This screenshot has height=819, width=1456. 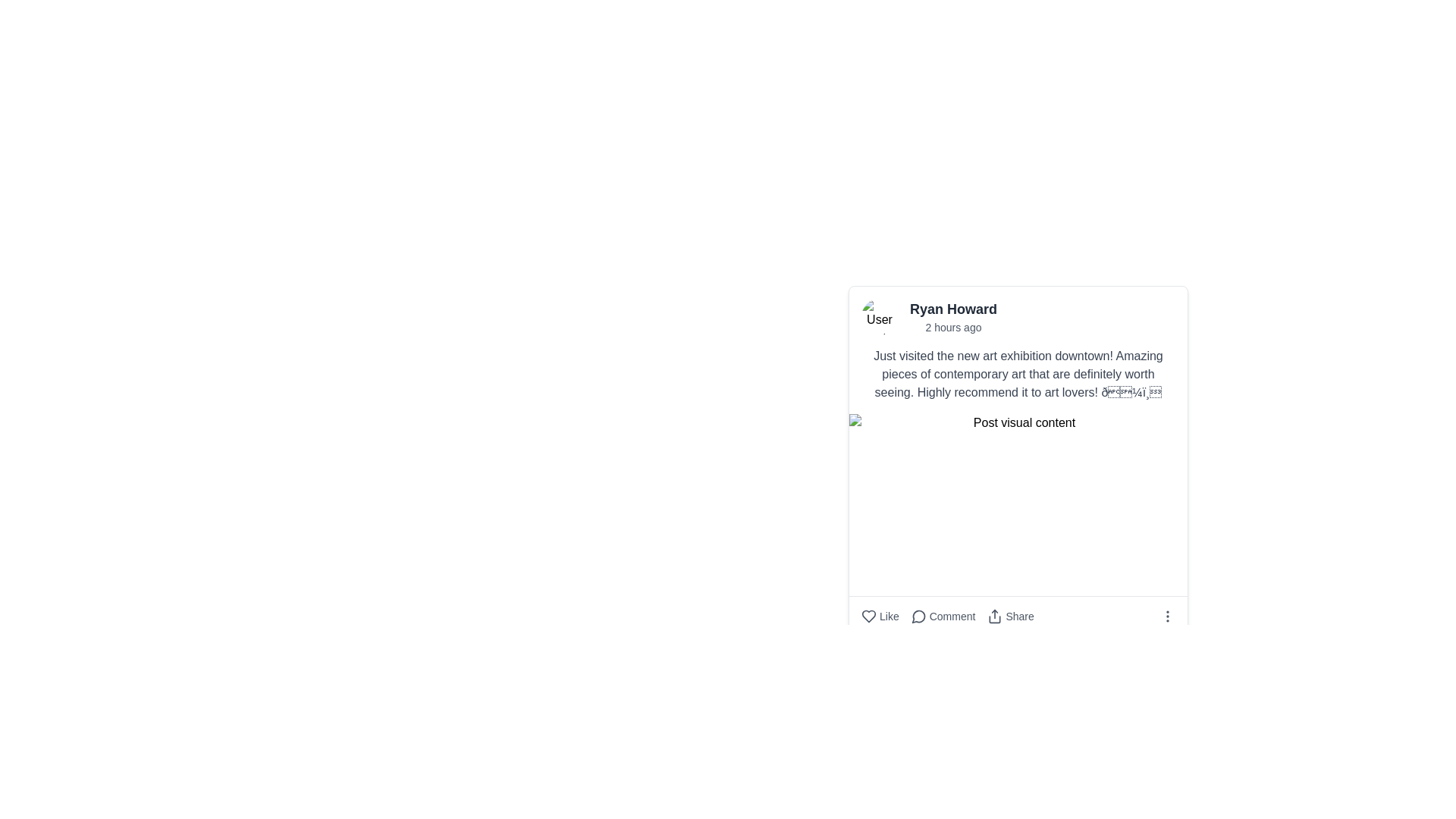 I want to click on the 'Like' icon located to the left of the 'Like' text label, so click(x=869, y=617).